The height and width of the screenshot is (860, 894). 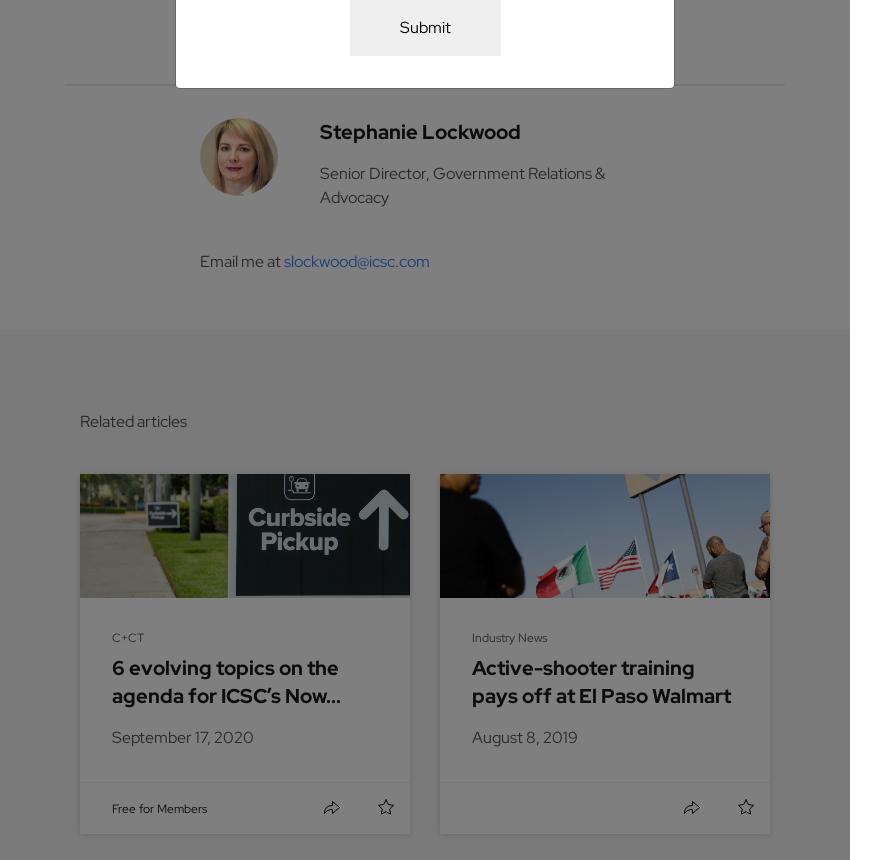 I want to click on 'Free for Members', so click(x=159, y=806).